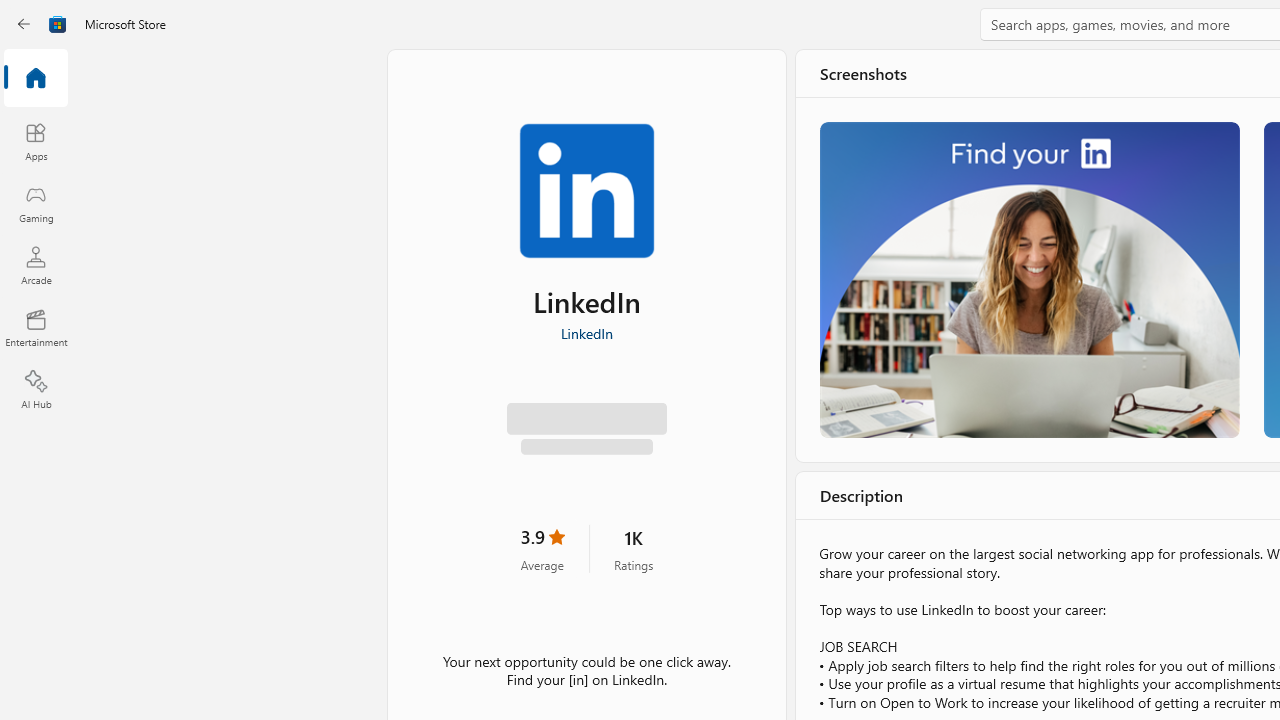 The width and height of the screenshot is (1280, 720). Describe the element at coordinates (542, 554) in the screenshot. I see `'3.9 stars. Click to skip to ratings and reviews'` at that location.